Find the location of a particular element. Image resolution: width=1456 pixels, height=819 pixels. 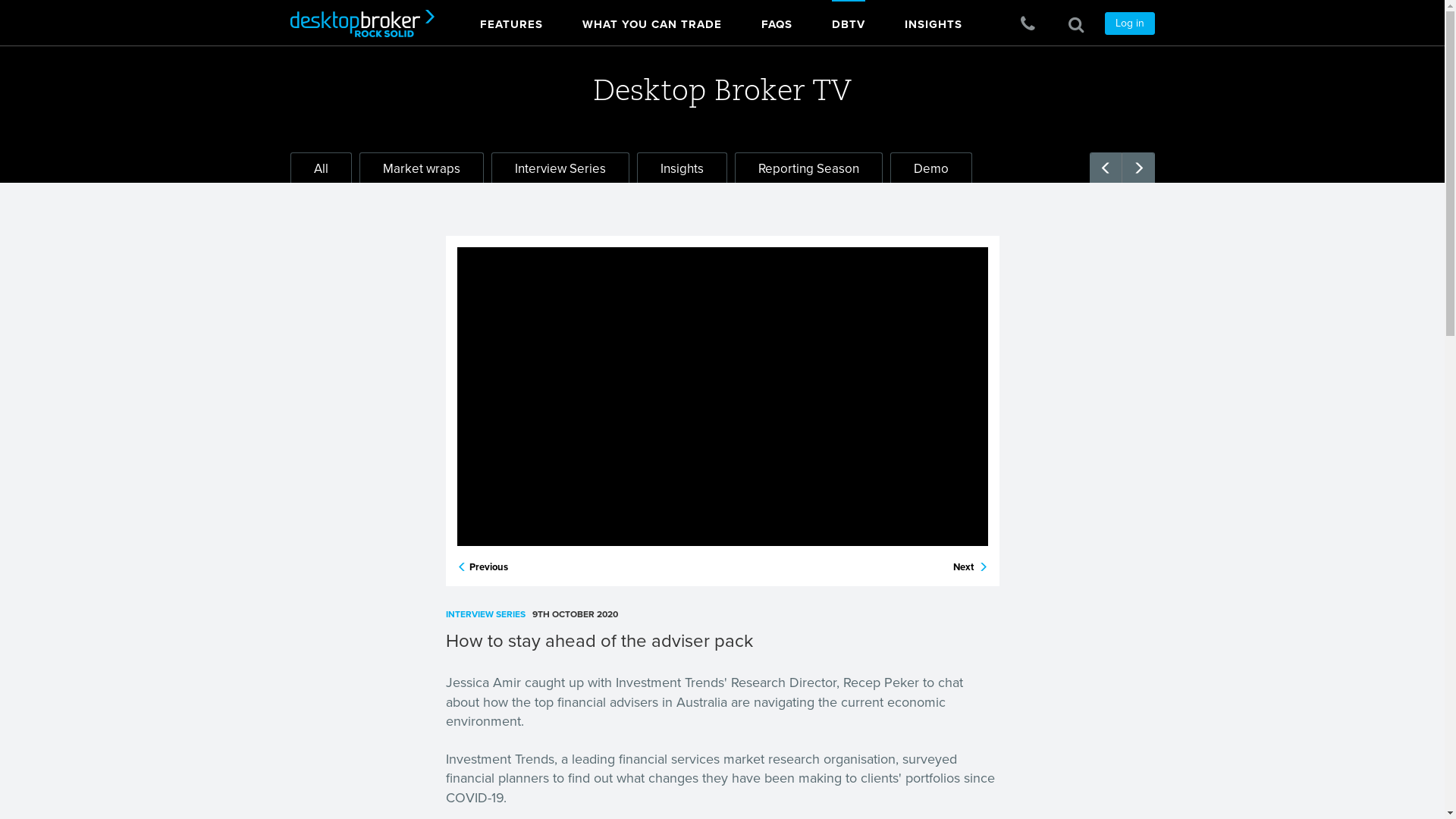

'Next' is located at coordinates (968, 567).